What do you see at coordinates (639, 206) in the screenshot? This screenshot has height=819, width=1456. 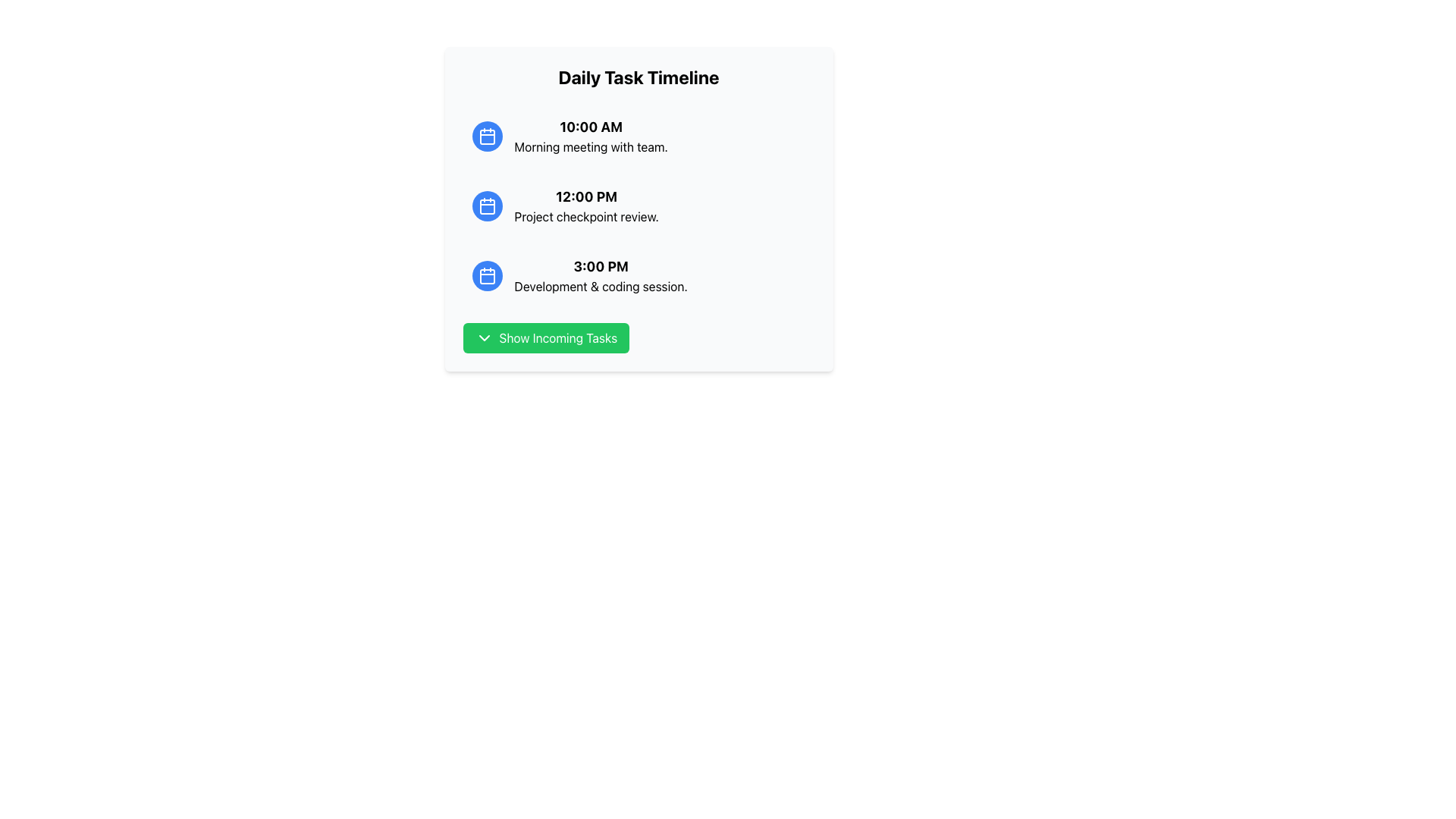 I see `the second list item in the 'Daily Task Timeline' section that represents a scheduled task or event, positioned between '10:00 AM Morning meeting with team.' and '3:00 PM Development & coding session.'` at bounding box center [639, 206].